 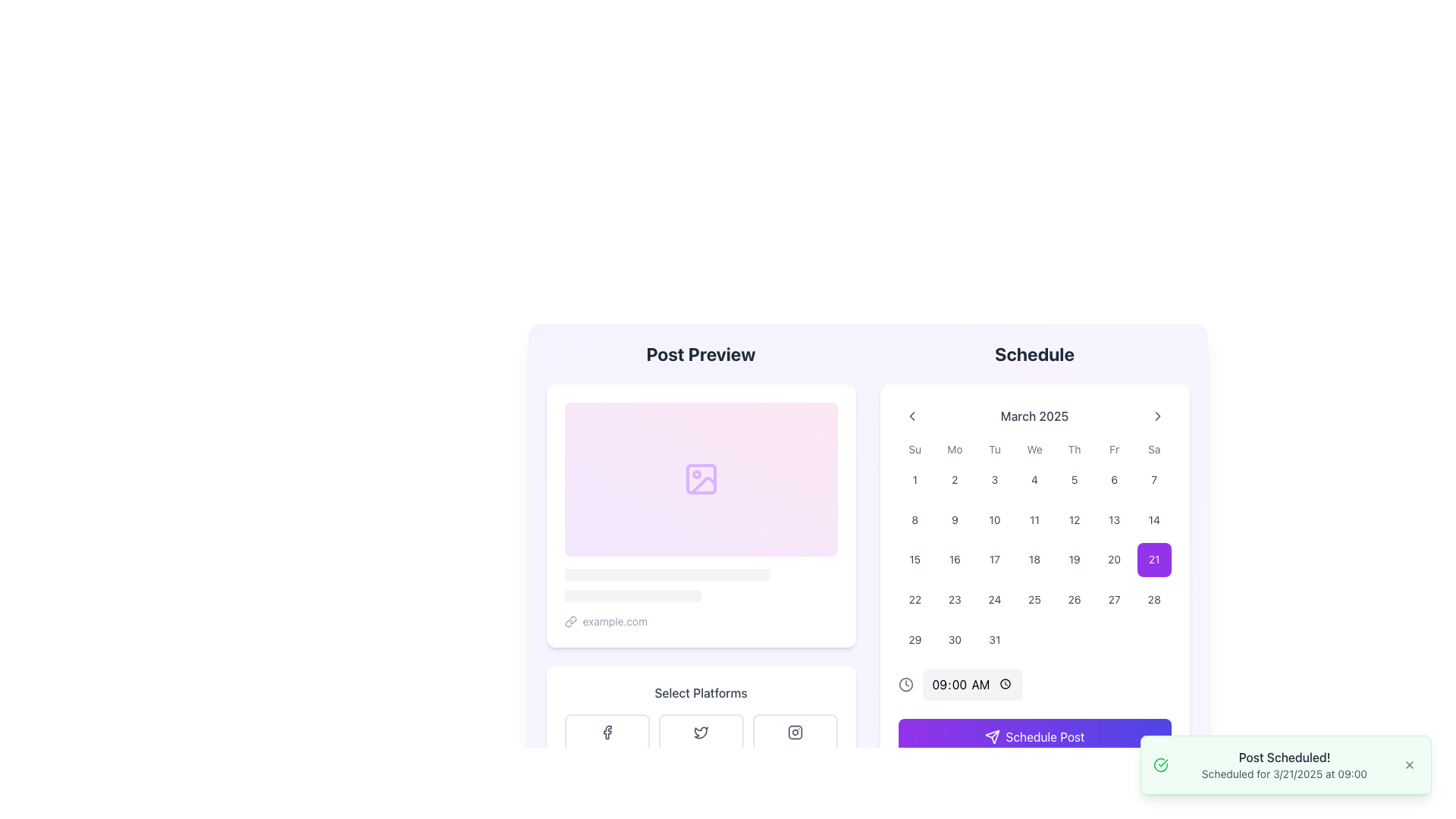 I want to click on the confirmation icon located in the upper-left corner of the green notification box that indicates a successful operation for the message 'Post Scheduled!' and 'Scheduled for 3/21/2025 at 09:00', so click(x=1160, y=765).